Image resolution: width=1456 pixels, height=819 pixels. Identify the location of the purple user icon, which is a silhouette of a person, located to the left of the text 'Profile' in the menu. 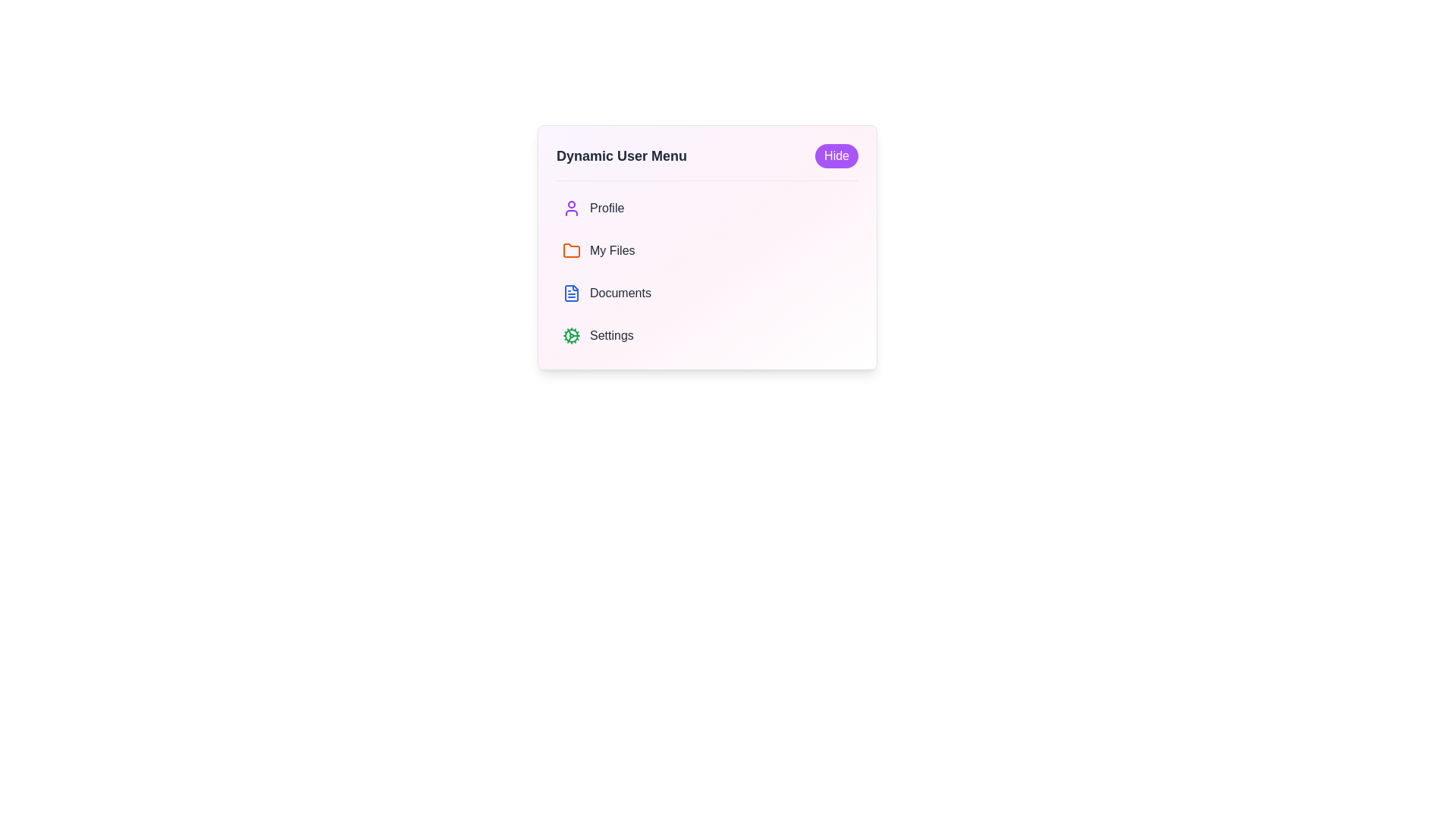
(570, 208).